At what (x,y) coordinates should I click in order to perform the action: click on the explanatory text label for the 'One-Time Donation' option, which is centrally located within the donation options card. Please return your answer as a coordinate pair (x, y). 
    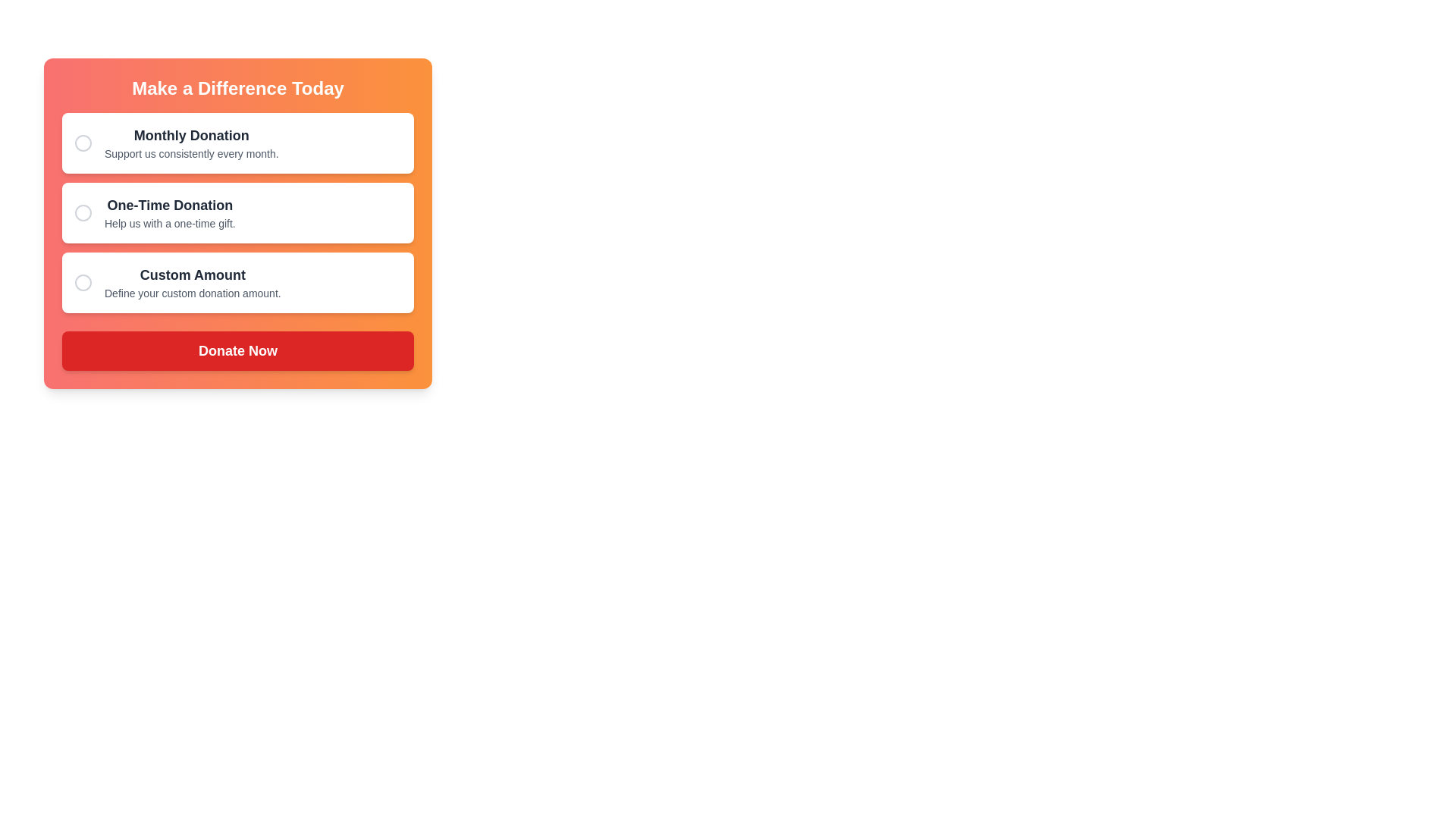
    Looking at the image, I should click on (170, 223).